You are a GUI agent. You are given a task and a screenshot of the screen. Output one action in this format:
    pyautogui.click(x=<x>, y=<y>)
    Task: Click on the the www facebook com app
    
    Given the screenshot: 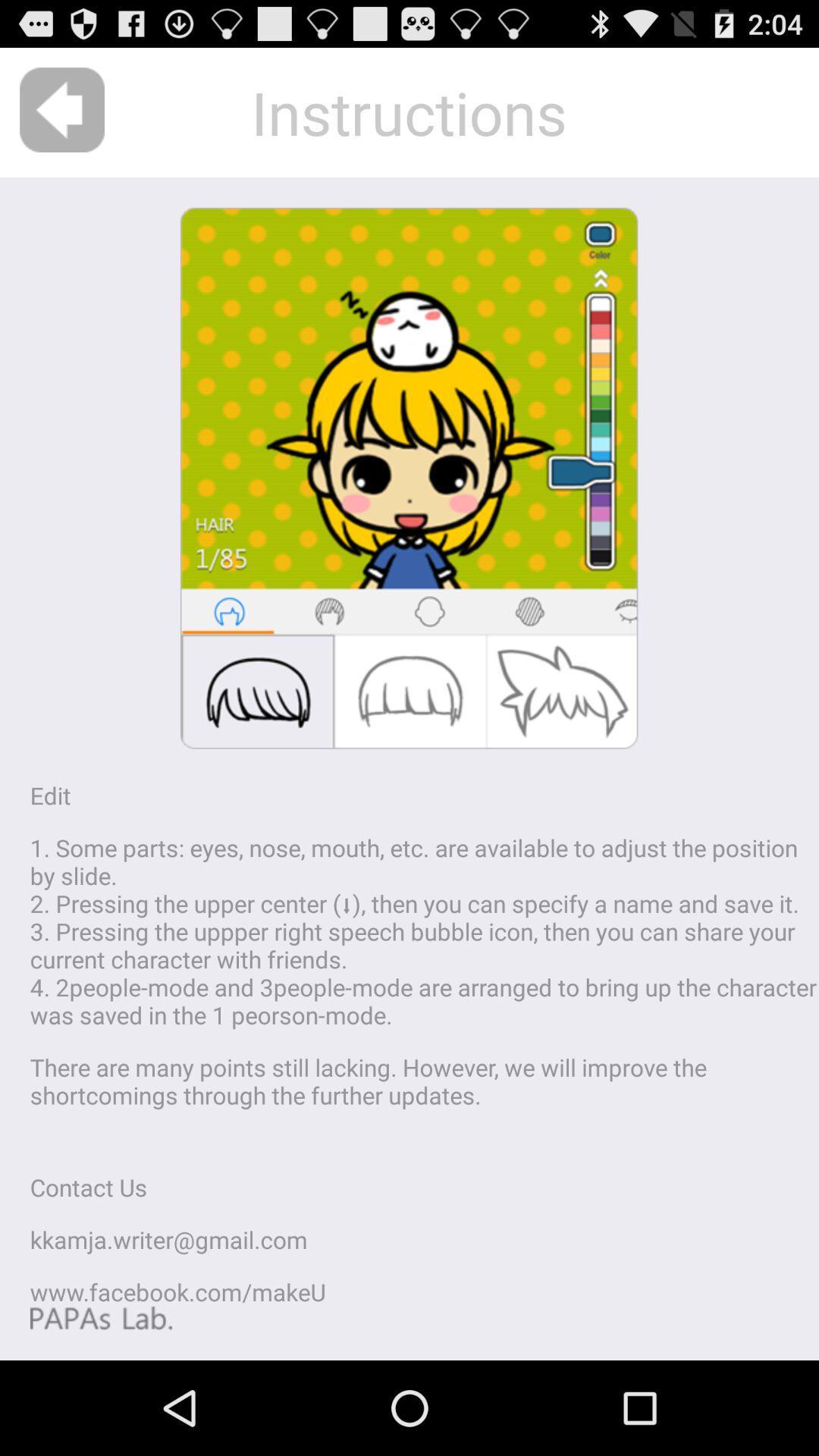 What is the action you would take?
    pyautogui.click(x=177, y=1291)
    